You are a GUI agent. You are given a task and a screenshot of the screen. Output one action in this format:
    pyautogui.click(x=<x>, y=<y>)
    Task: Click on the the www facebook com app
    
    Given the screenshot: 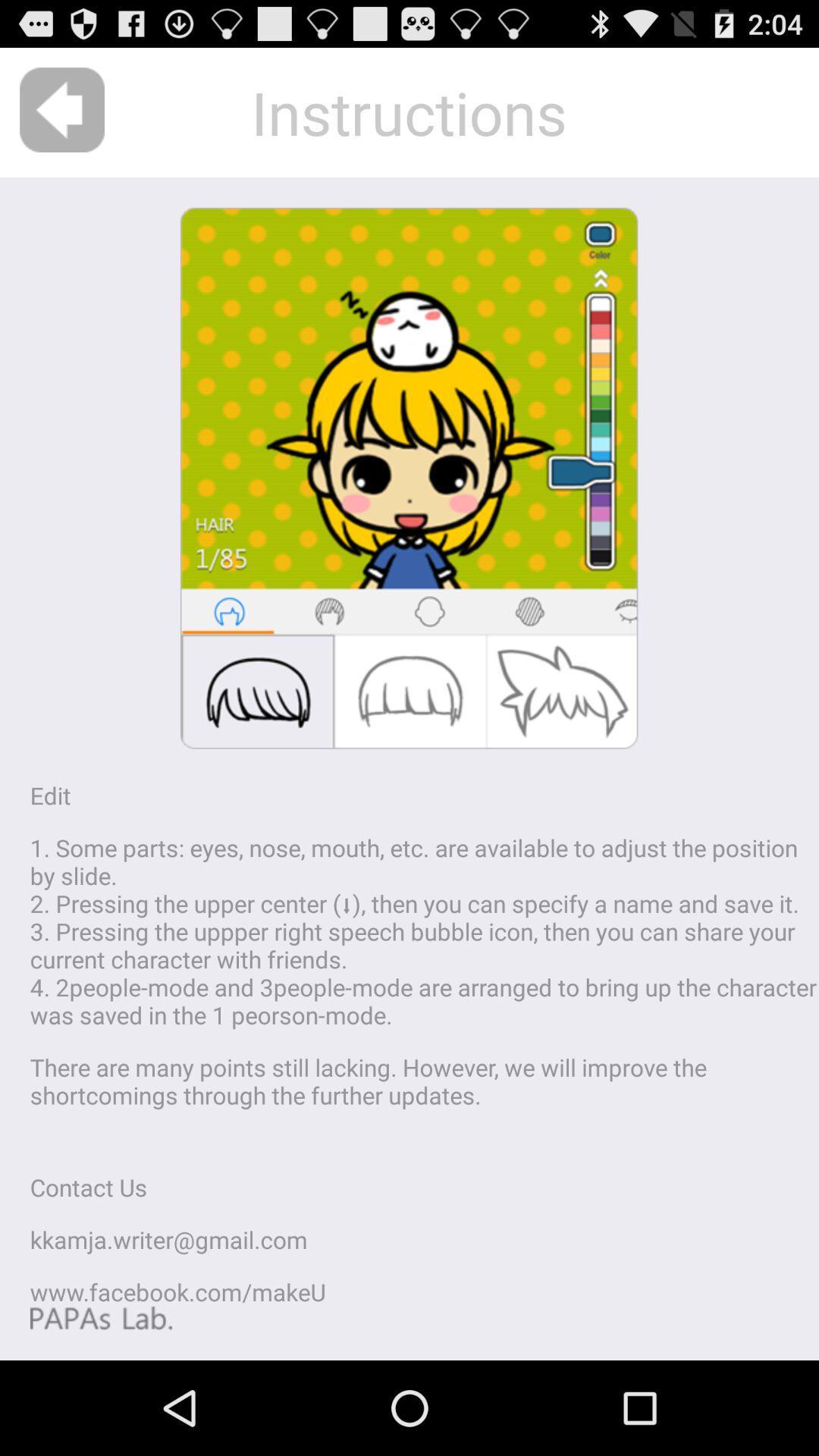 What is the action you would take?
    pyautogui.click(x=177, y=1291)
    